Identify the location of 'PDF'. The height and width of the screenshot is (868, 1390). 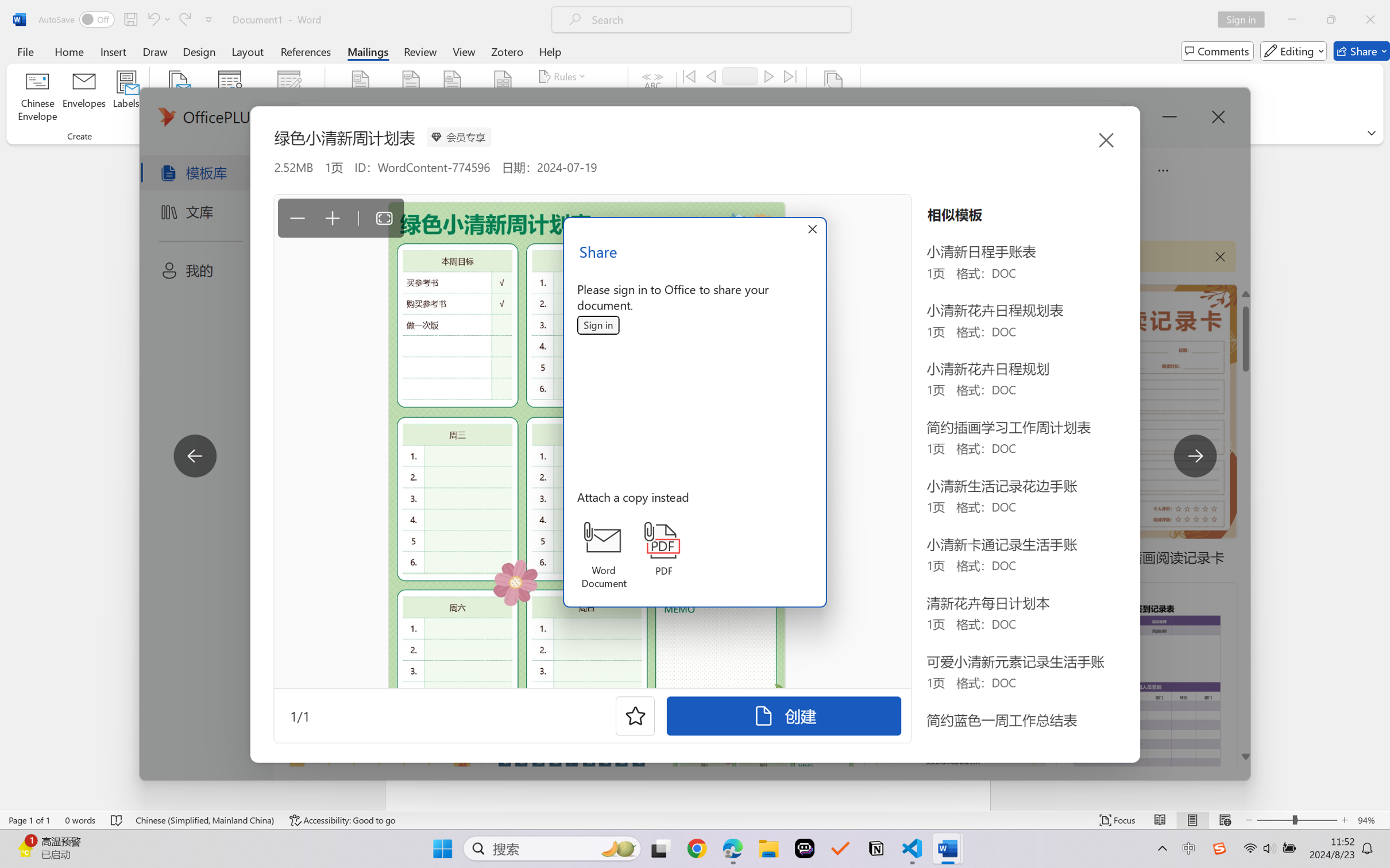
(663, 549).